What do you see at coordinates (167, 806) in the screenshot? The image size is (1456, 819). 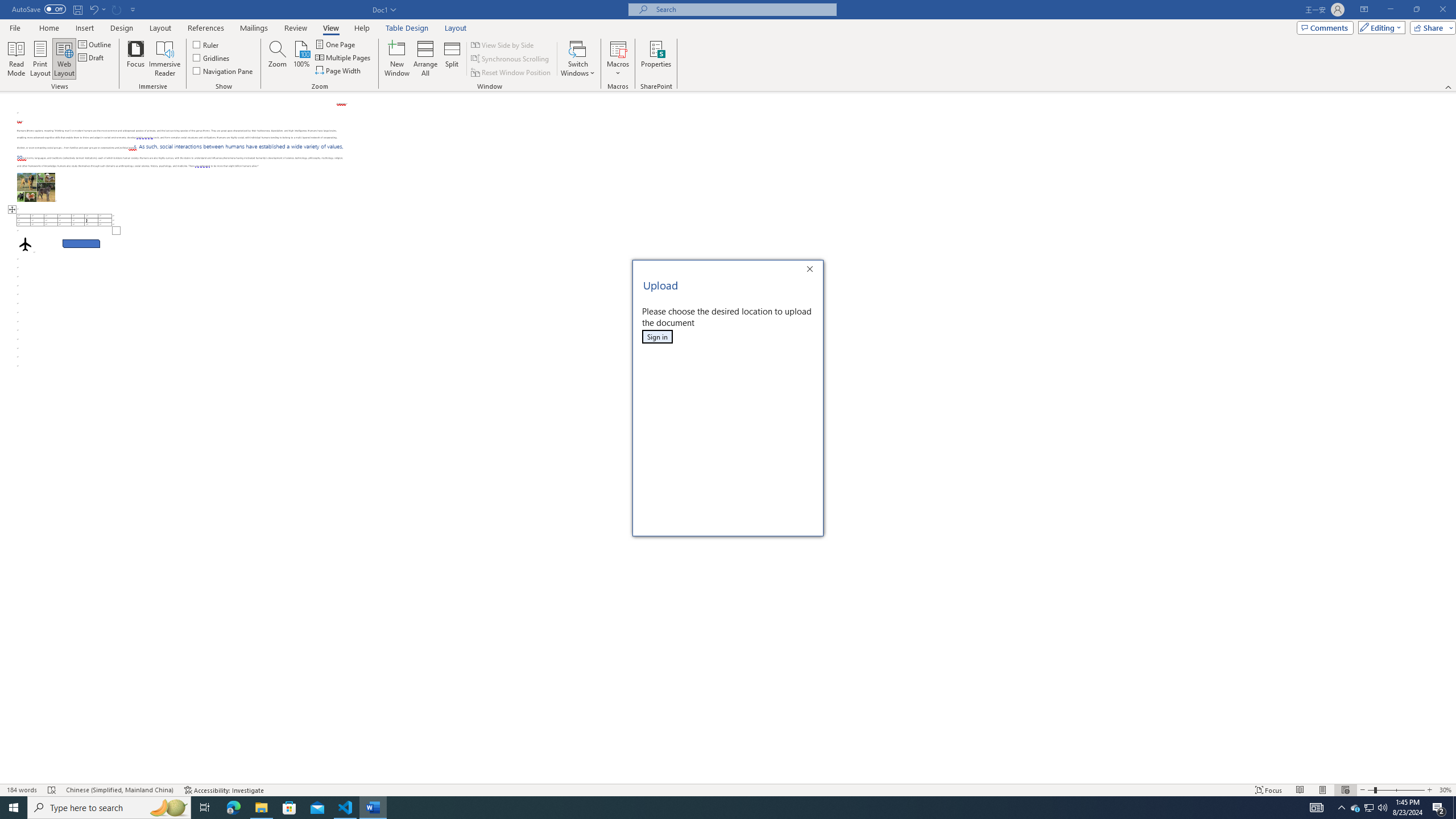 I see `'Search highlights icon opens search home window'` at bounding box center [167, 806].